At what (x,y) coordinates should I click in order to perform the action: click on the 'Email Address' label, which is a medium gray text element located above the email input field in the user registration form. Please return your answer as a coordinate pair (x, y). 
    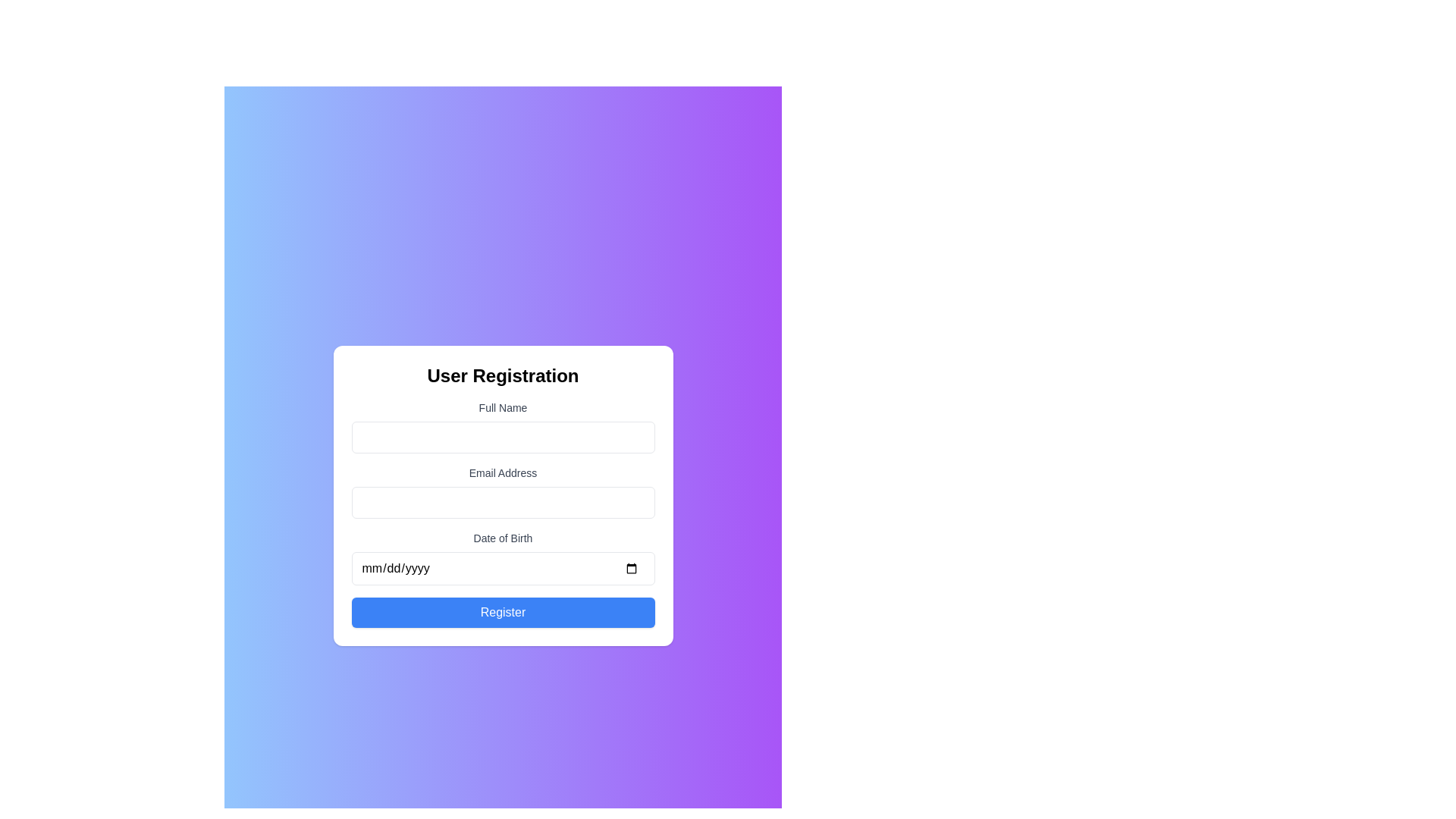
    Looking at the image, I should click on (503, 472).